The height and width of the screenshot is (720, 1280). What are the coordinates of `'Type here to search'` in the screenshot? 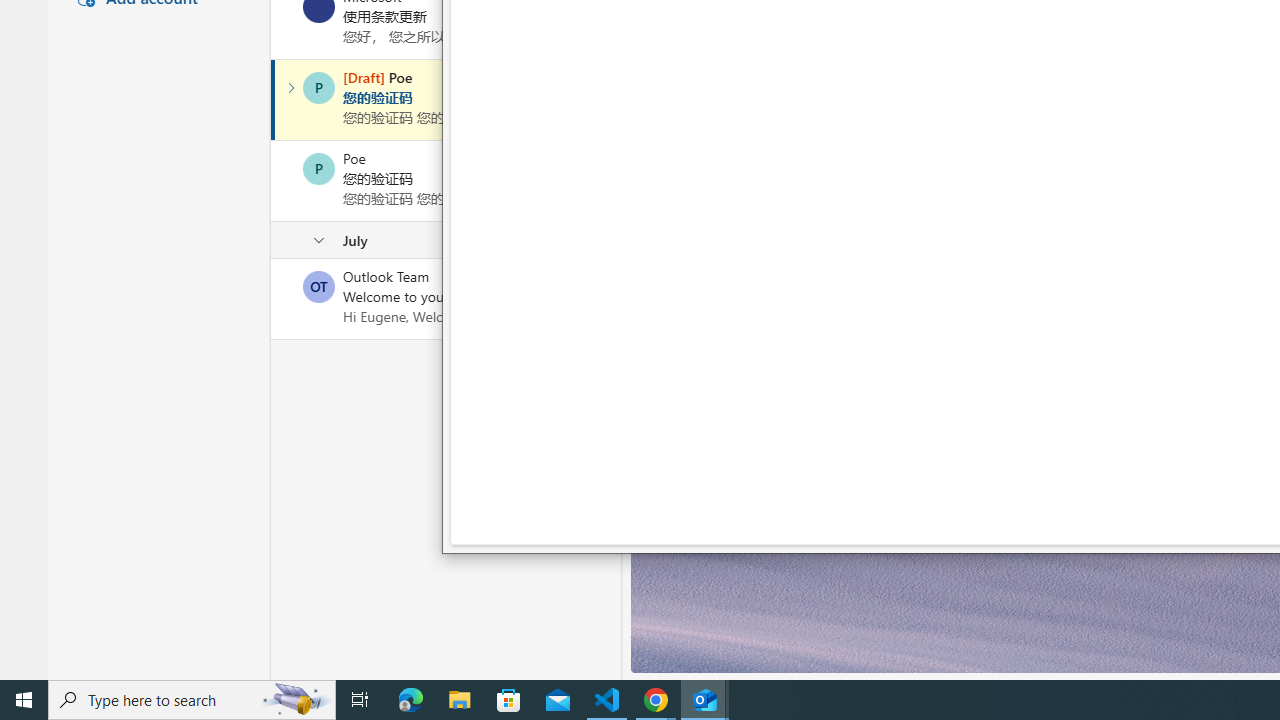 It's located at (192, 698).